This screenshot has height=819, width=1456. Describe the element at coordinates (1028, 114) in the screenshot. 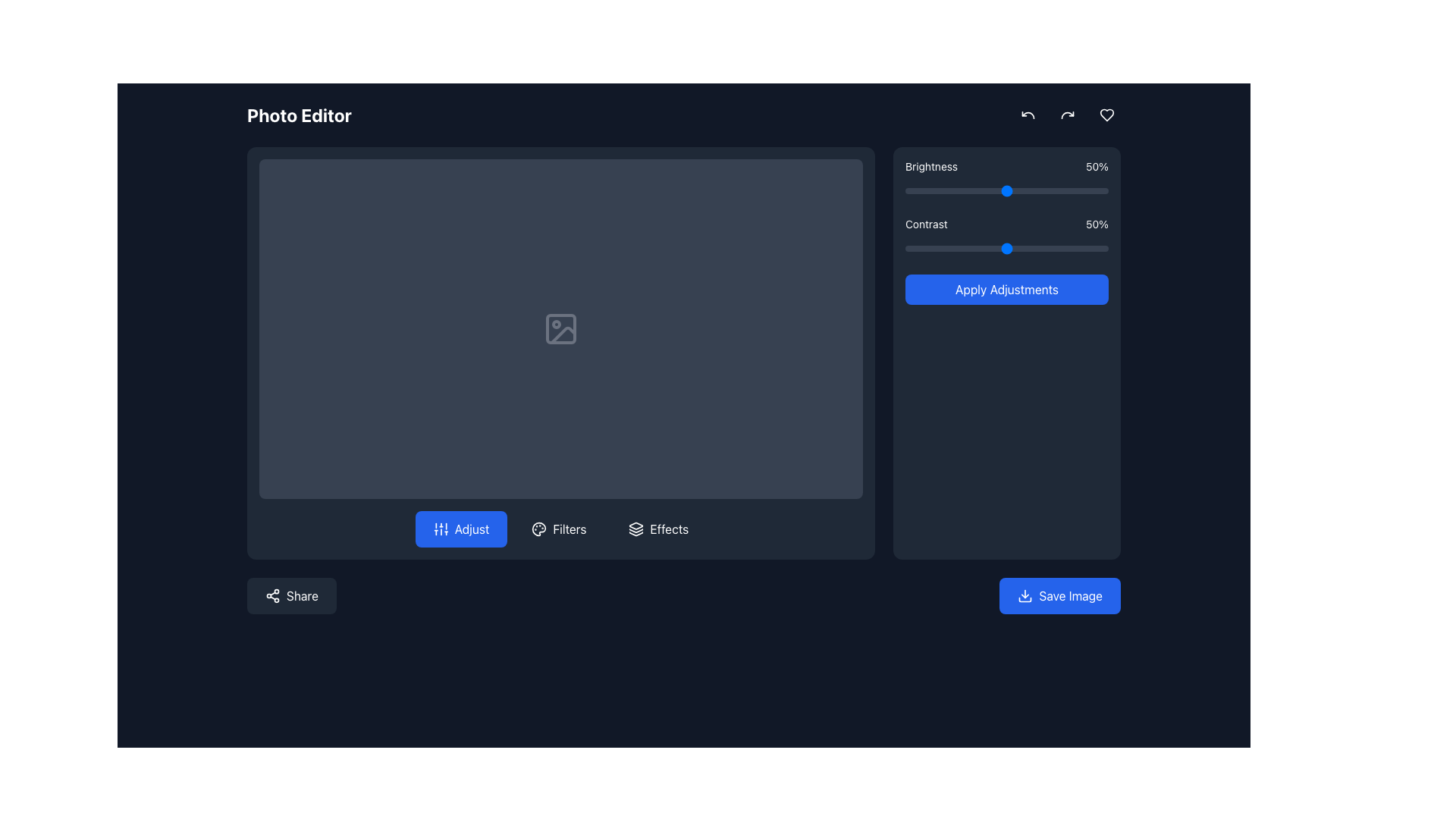

I see `the undo button located at the top-right corner of the interface, to the left of the redo icon` at that location.